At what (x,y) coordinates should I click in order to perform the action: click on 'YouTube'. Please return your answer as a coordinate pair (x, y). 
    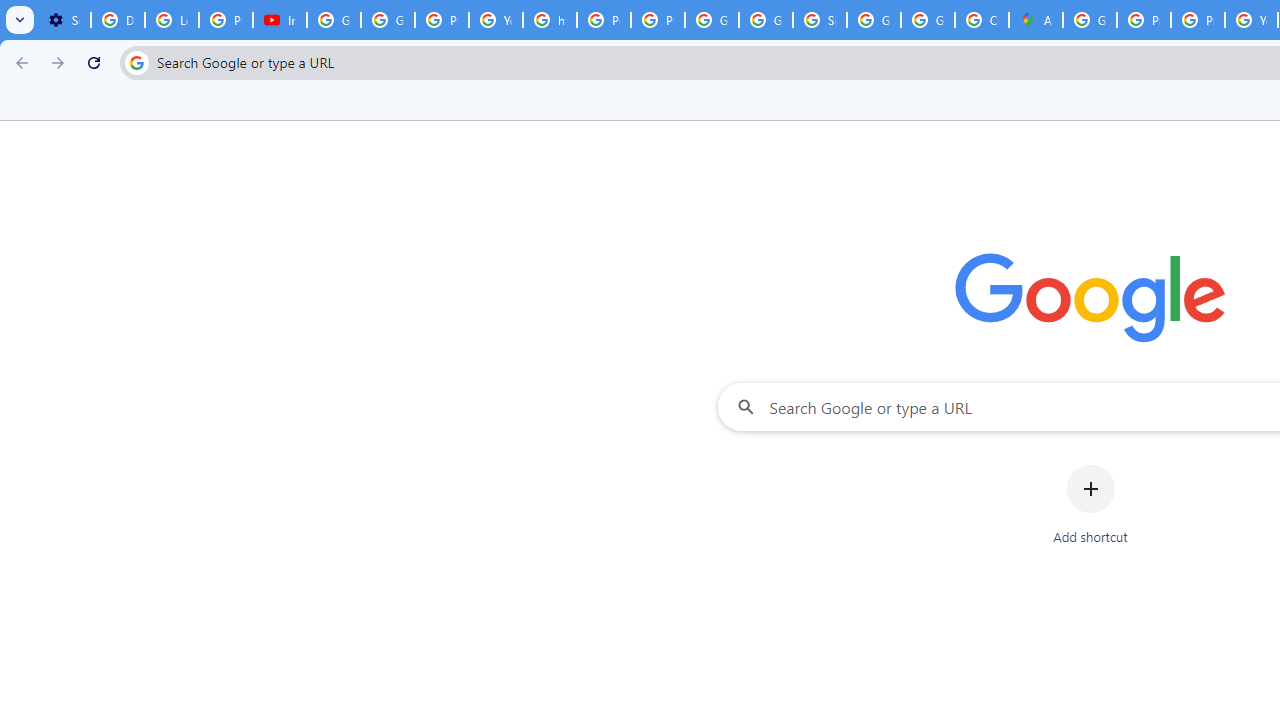
    Looking at the image, I should click on (496, 20).